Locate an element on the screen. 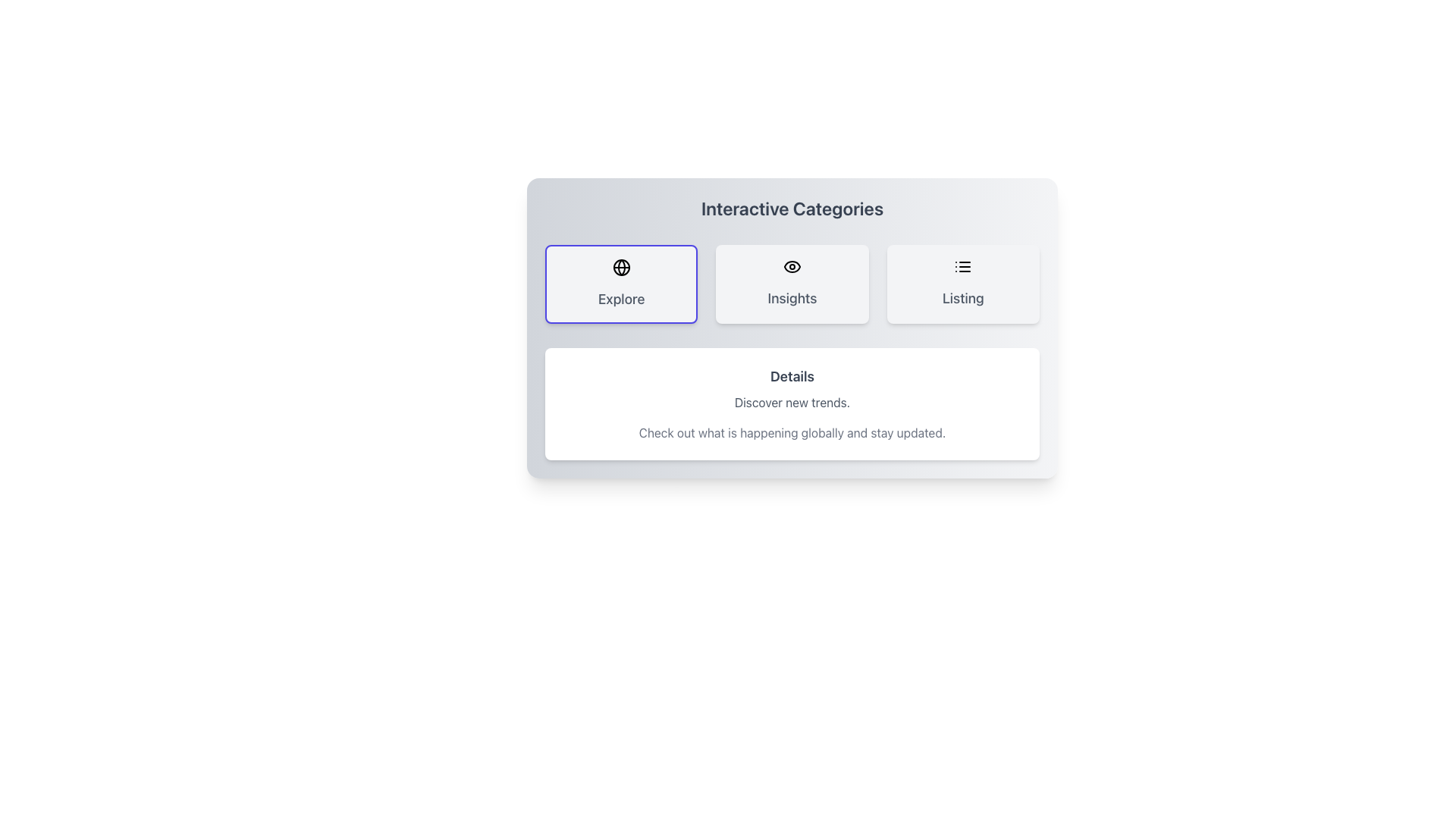 This screenshot has width=1456, height=819. the static text element that serves as a brief introduction, located between the header 'Details' and the descriptive text below it is located at coordinates (792, 402).